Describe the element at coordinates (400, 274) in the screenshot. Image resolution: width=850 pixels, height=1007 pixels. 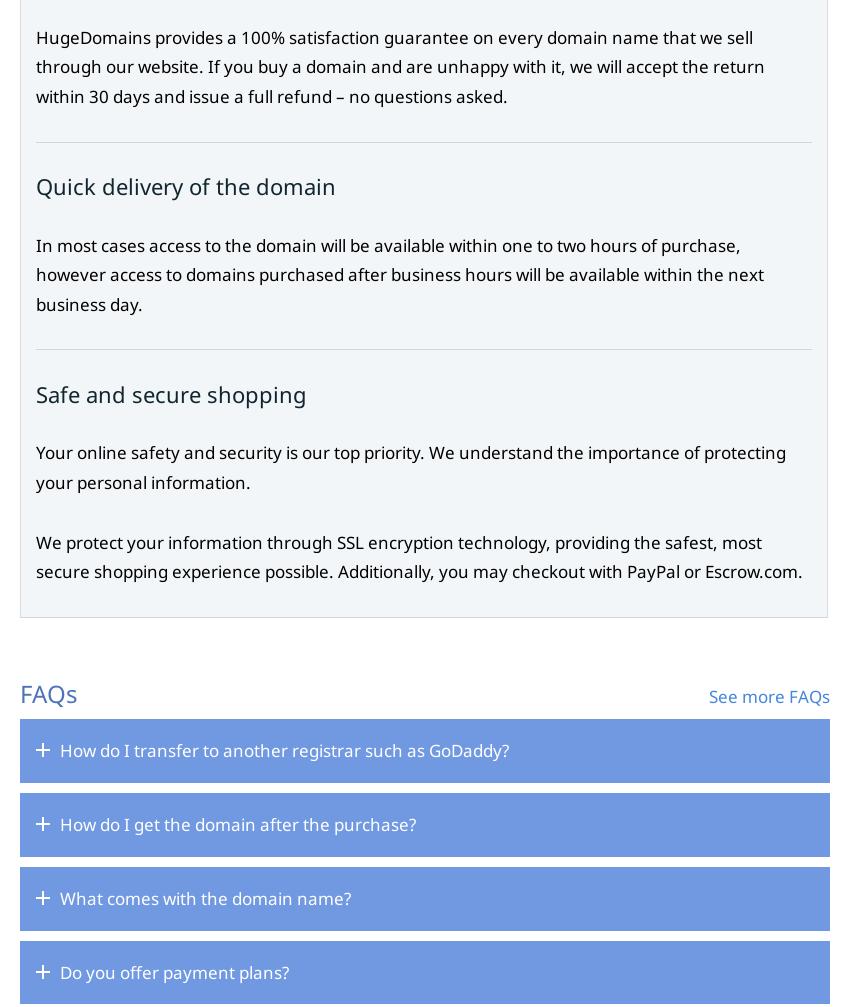
I see `'In most cases access to the domain will be available within one to two hours of purchase, however access to domains purchased after business hours will be available within the next business day.'` at that location.